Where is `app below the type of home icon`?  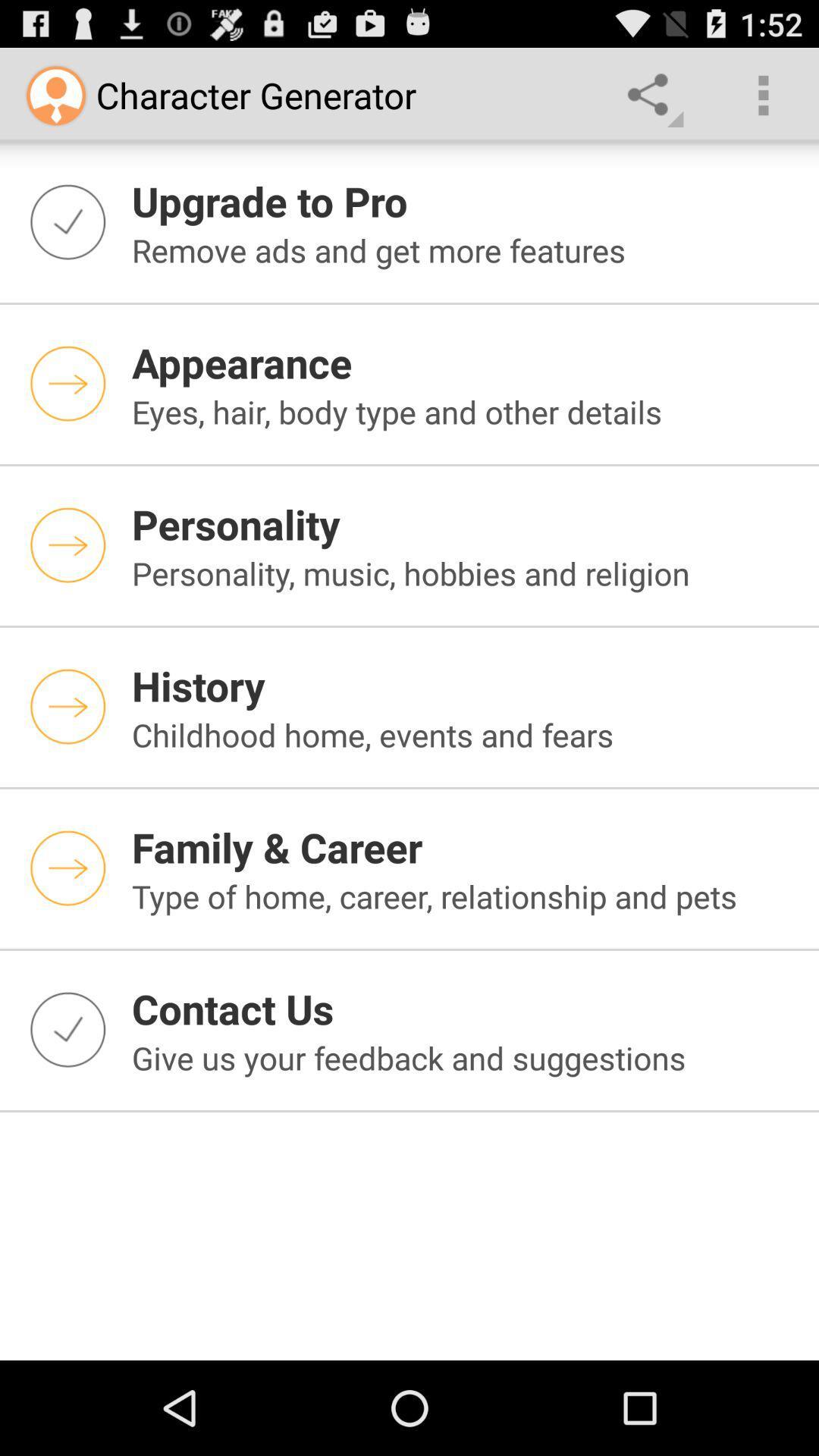 app below the type of home icon is located at coordinates (465, 1009).